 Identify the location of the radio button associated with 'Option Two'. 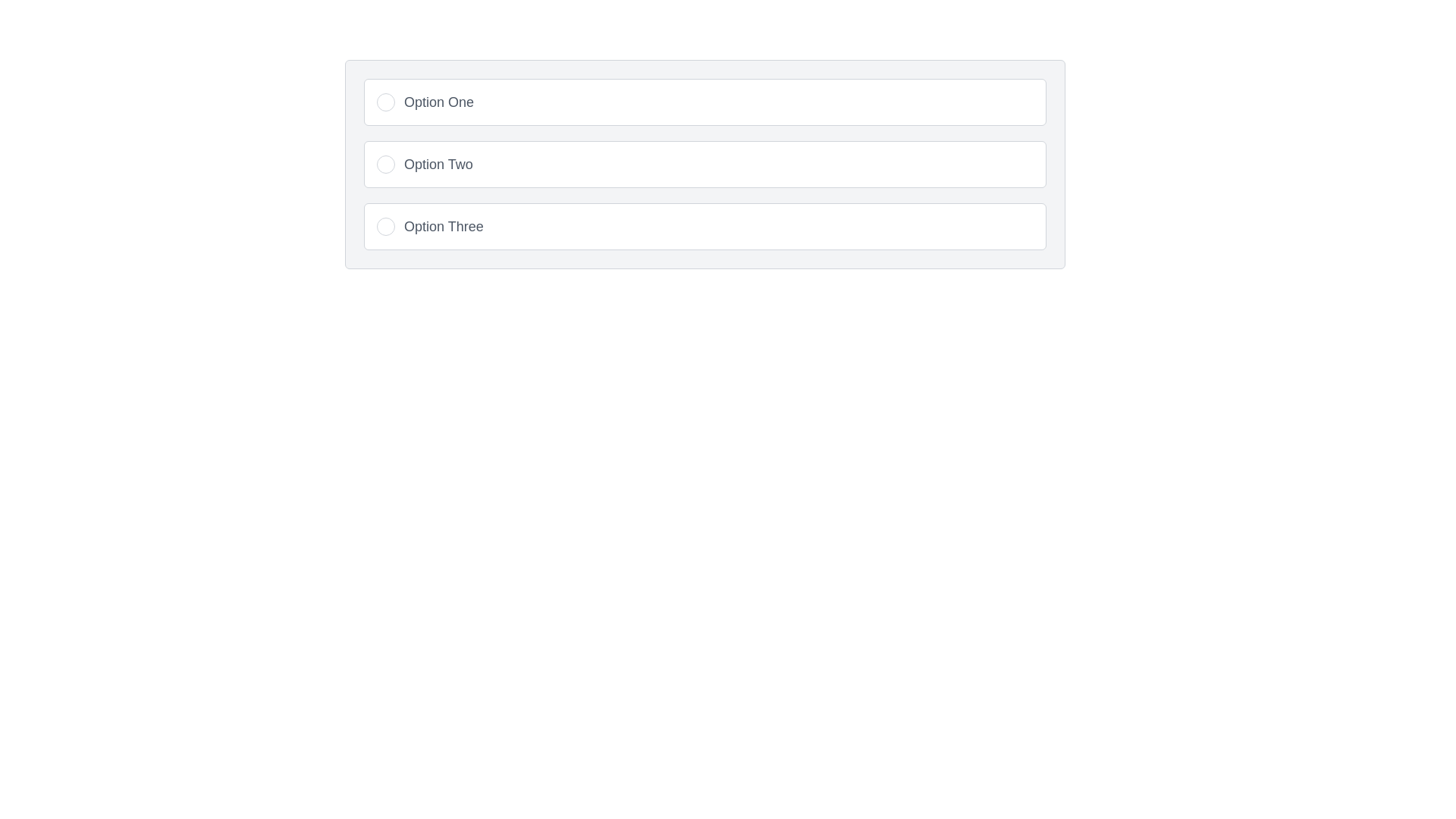
(385, 164).